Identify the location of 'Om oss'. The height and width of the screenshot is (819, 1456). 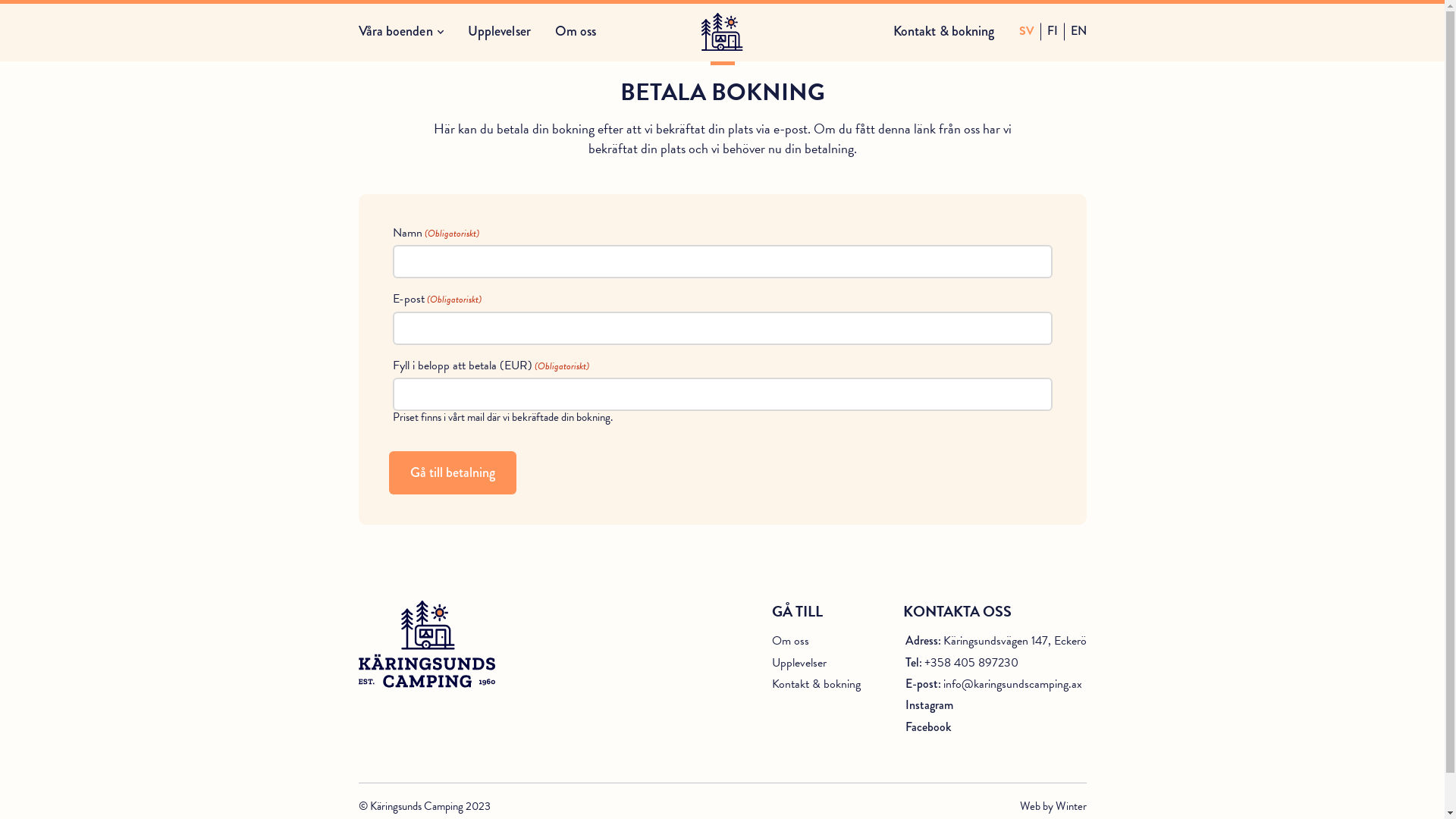
(789, 640).